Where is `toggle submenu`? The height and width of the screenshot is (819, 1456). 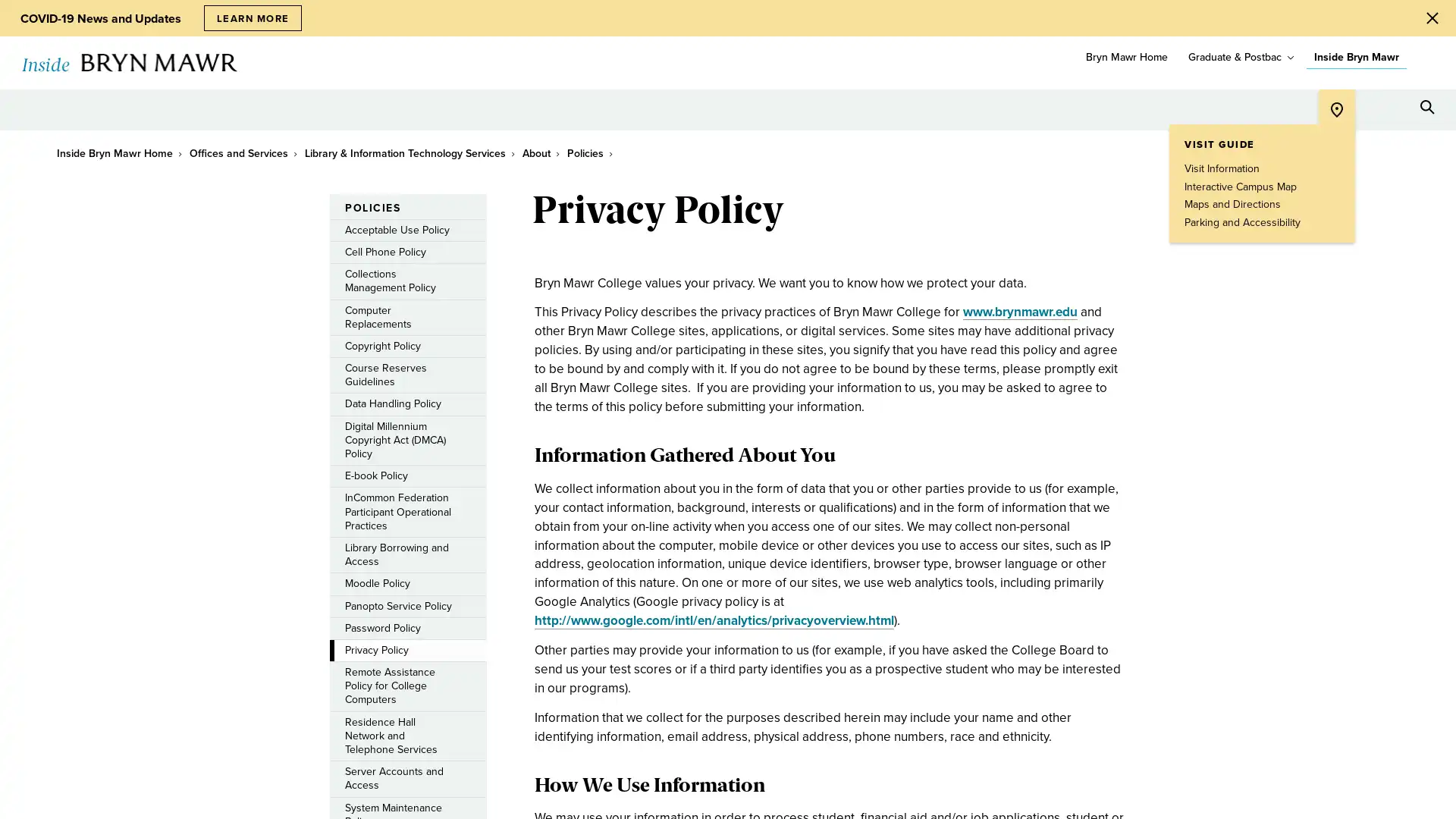
toggle submenu is located at coordinates (424, 99).